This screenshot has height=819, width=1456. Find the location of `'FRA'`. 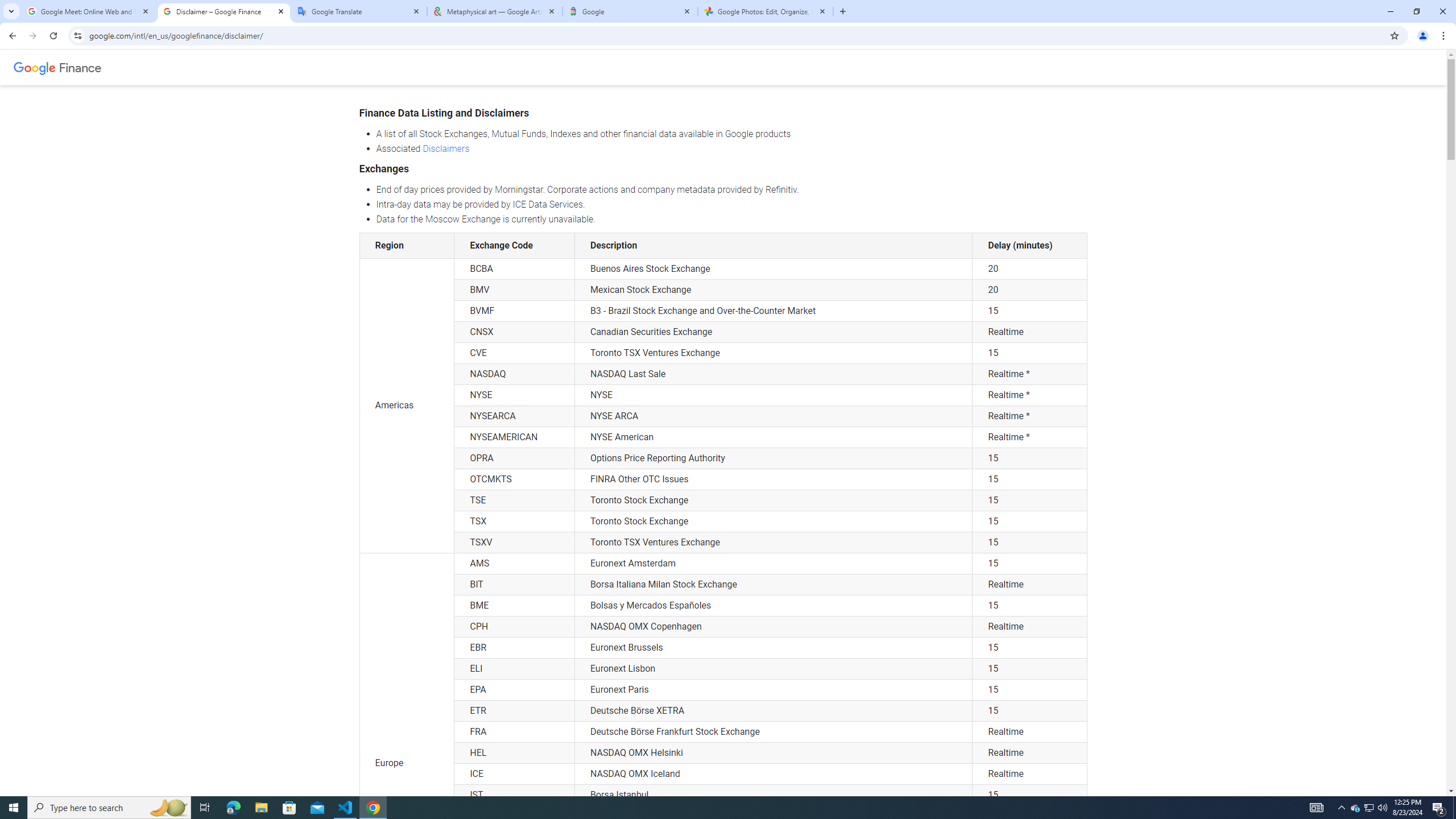

'FRA' is located at coordinates (514, 731).